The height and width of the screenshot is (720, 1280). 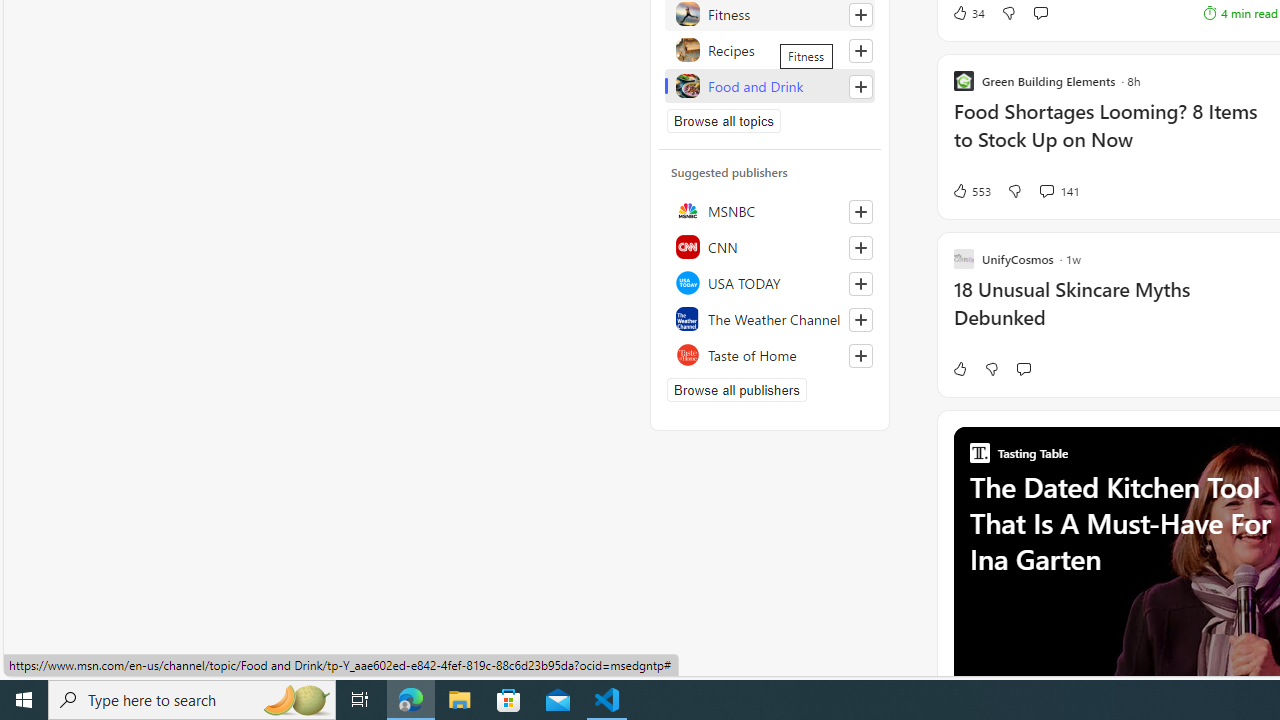 I want to click on 'Follow this topic', so click(x=860, y=85).